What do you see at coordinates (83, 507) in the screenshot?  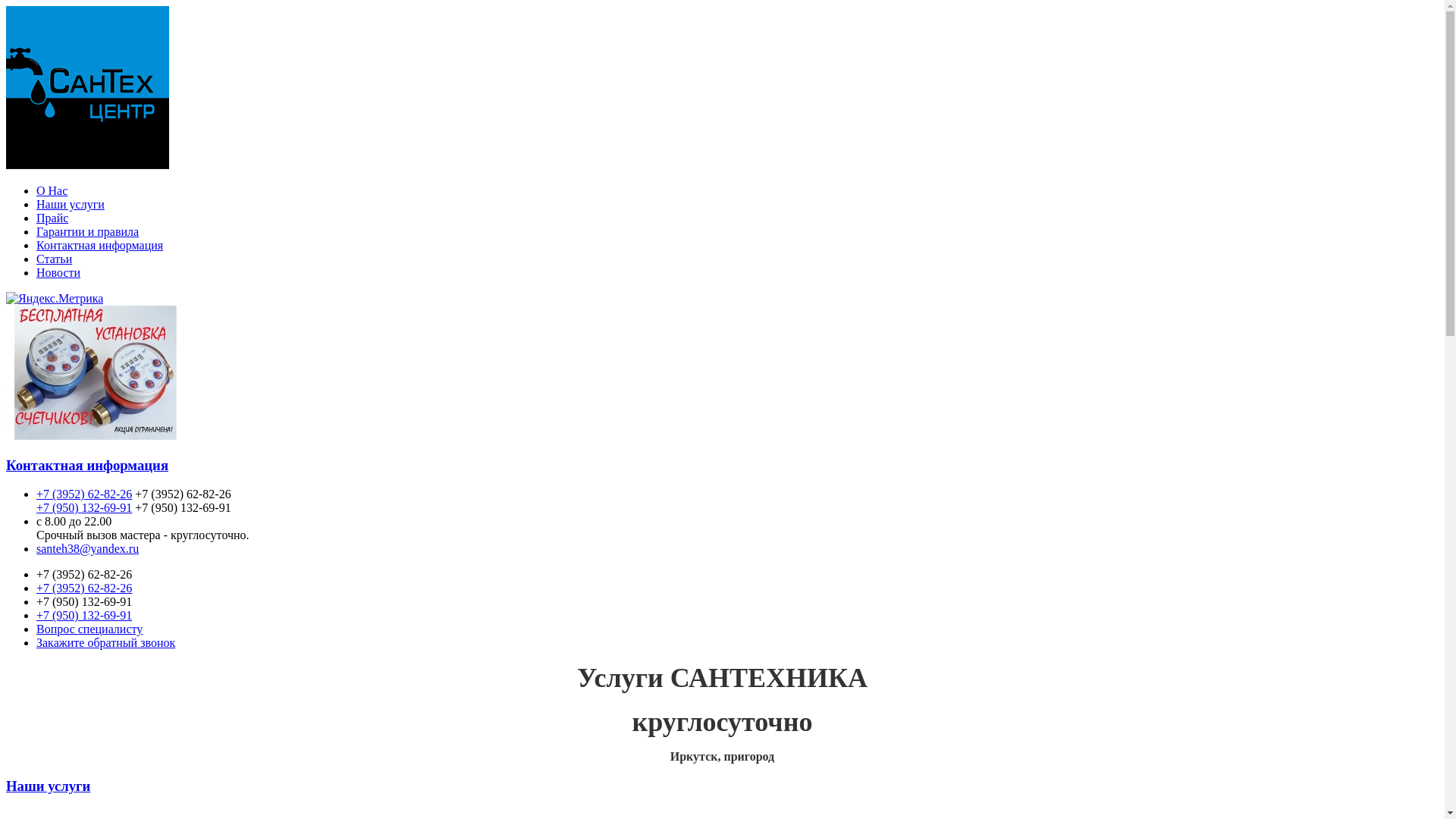 I see `'+7 (950) 132-69-91'` at bounding box center [83, 507].